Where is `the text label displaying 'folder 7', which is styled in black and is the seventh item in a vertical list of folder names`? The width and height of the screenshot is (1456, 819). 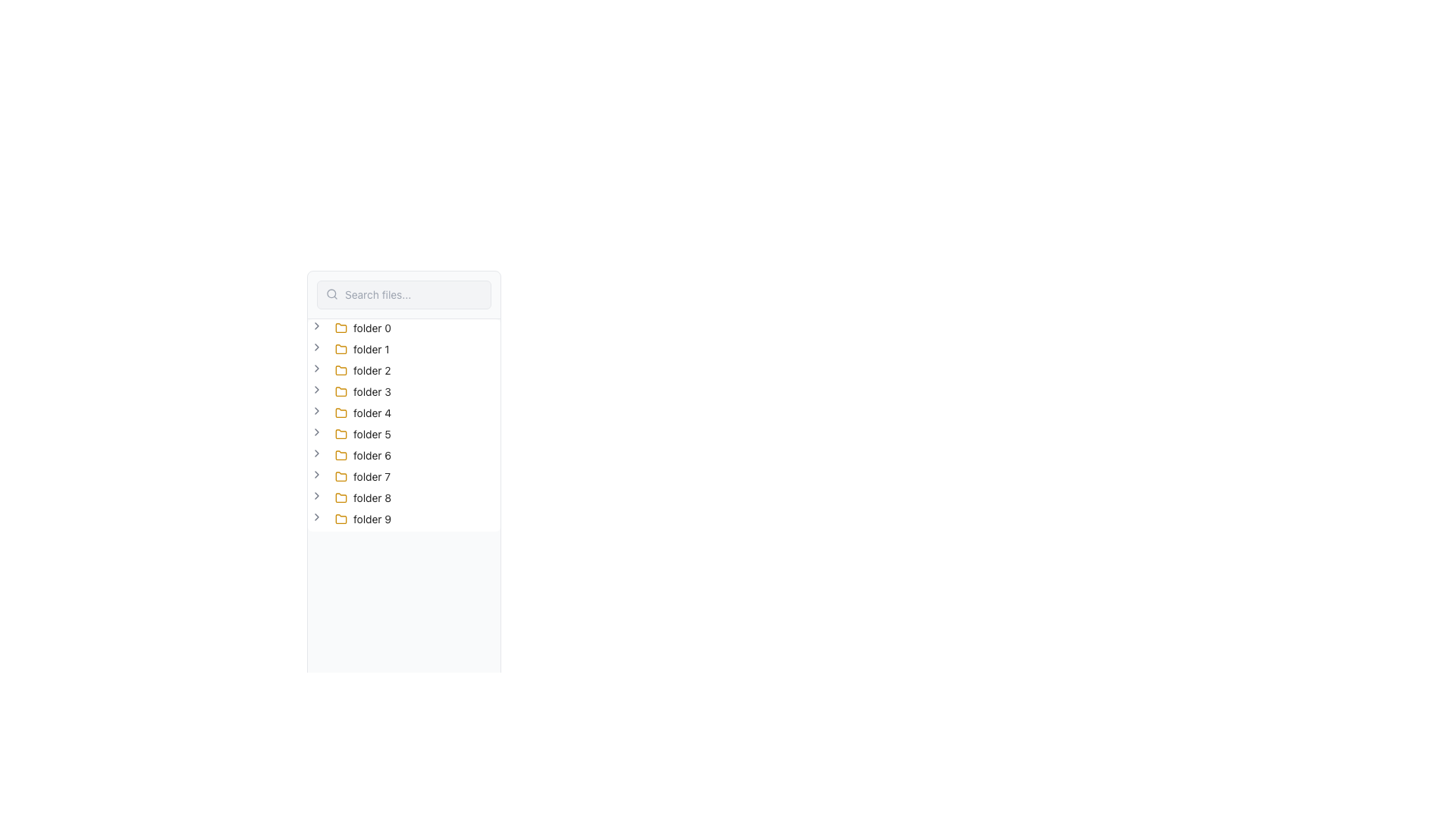 the text label displaying 'folder 7', which is styled in black and is the seventh item in a vertical list of folder names is located at coordinates (372, 475).